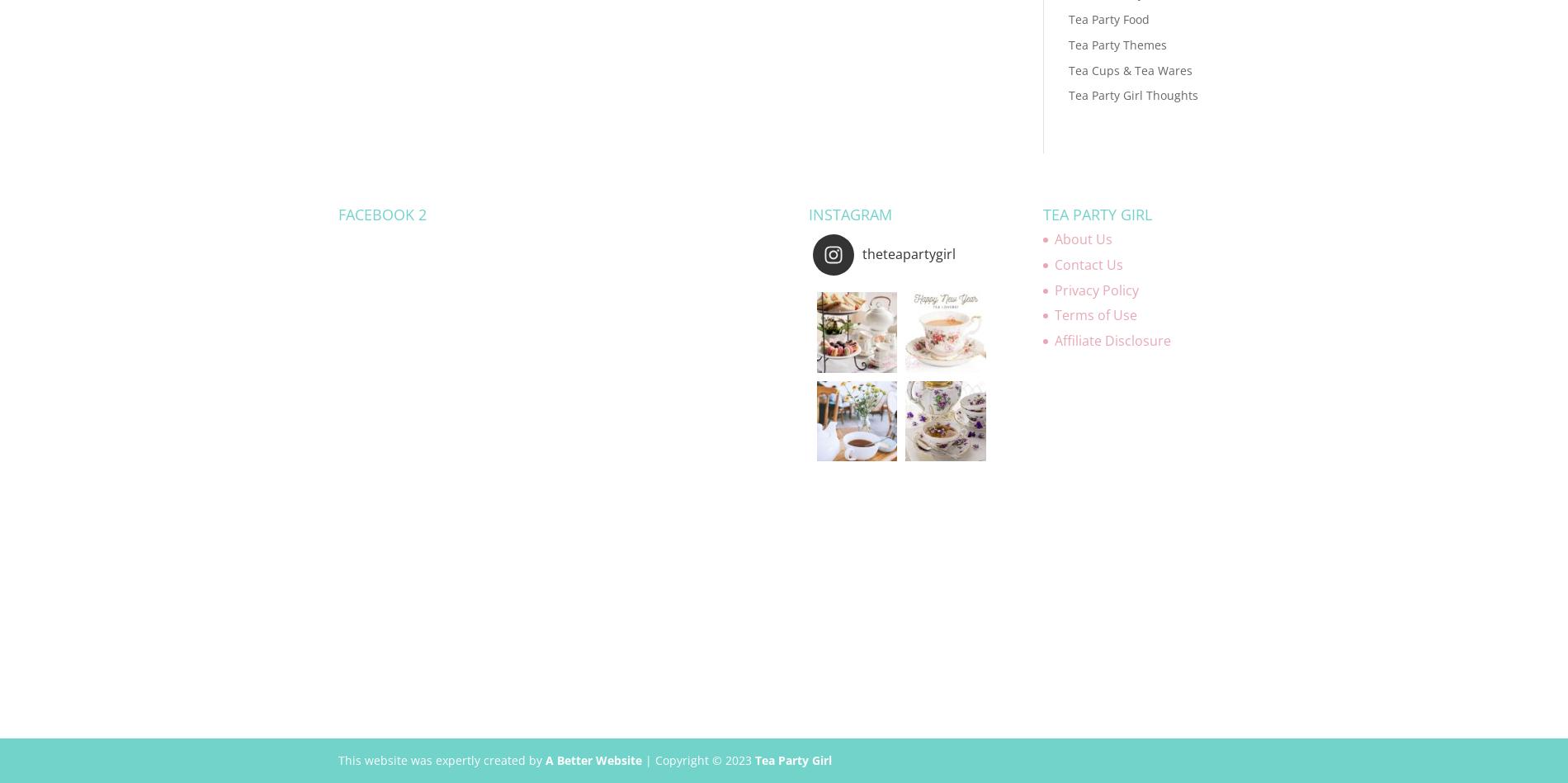 The height and width of the screenshot is (783, 1568). Describe the element at coordinates (754, 759) in the screenshot. I see `'Tea Party Girl'` at that location.